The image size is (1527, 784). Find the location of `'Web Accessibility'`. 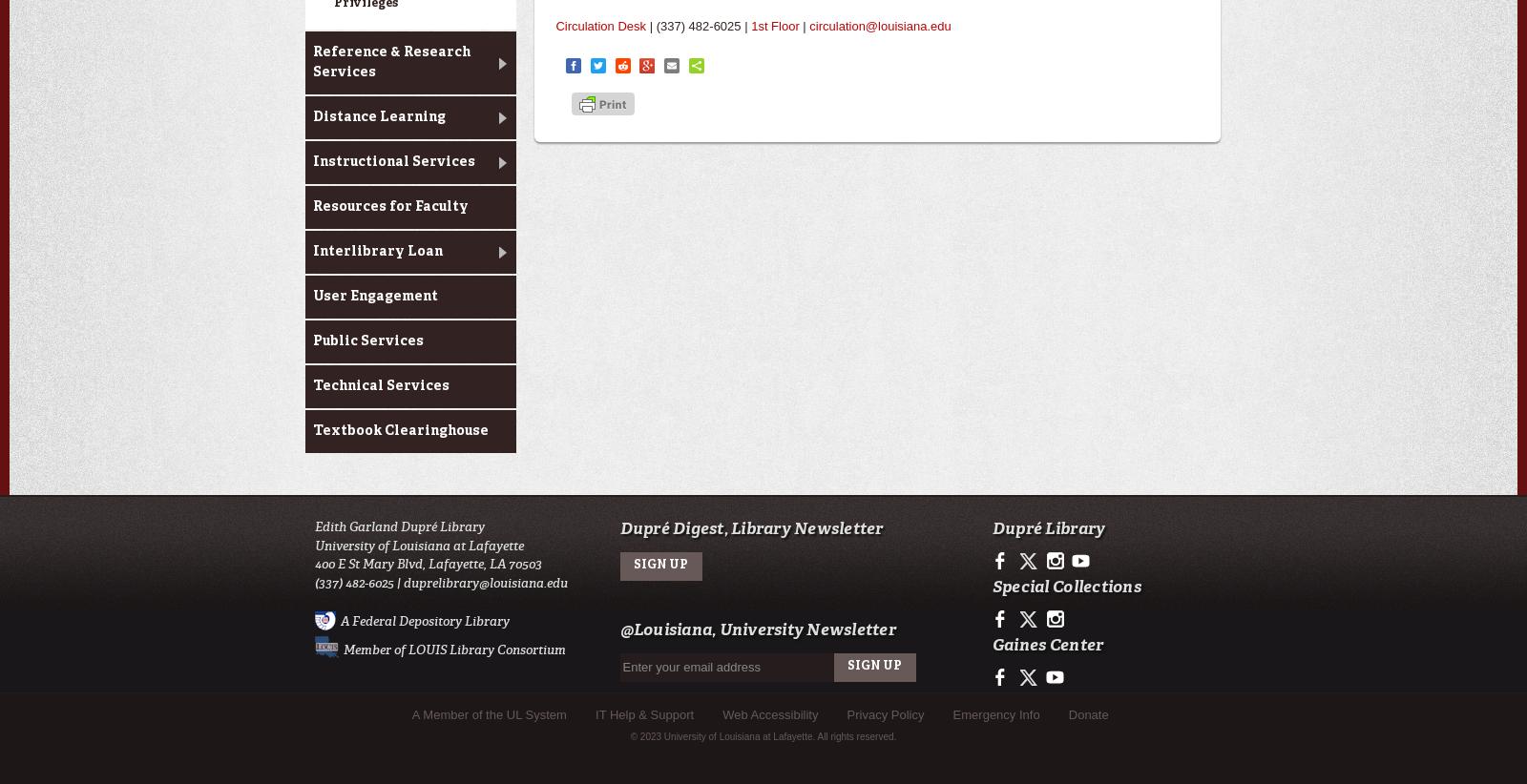

'Web Accessibility' is located at coordinates (769, 712).